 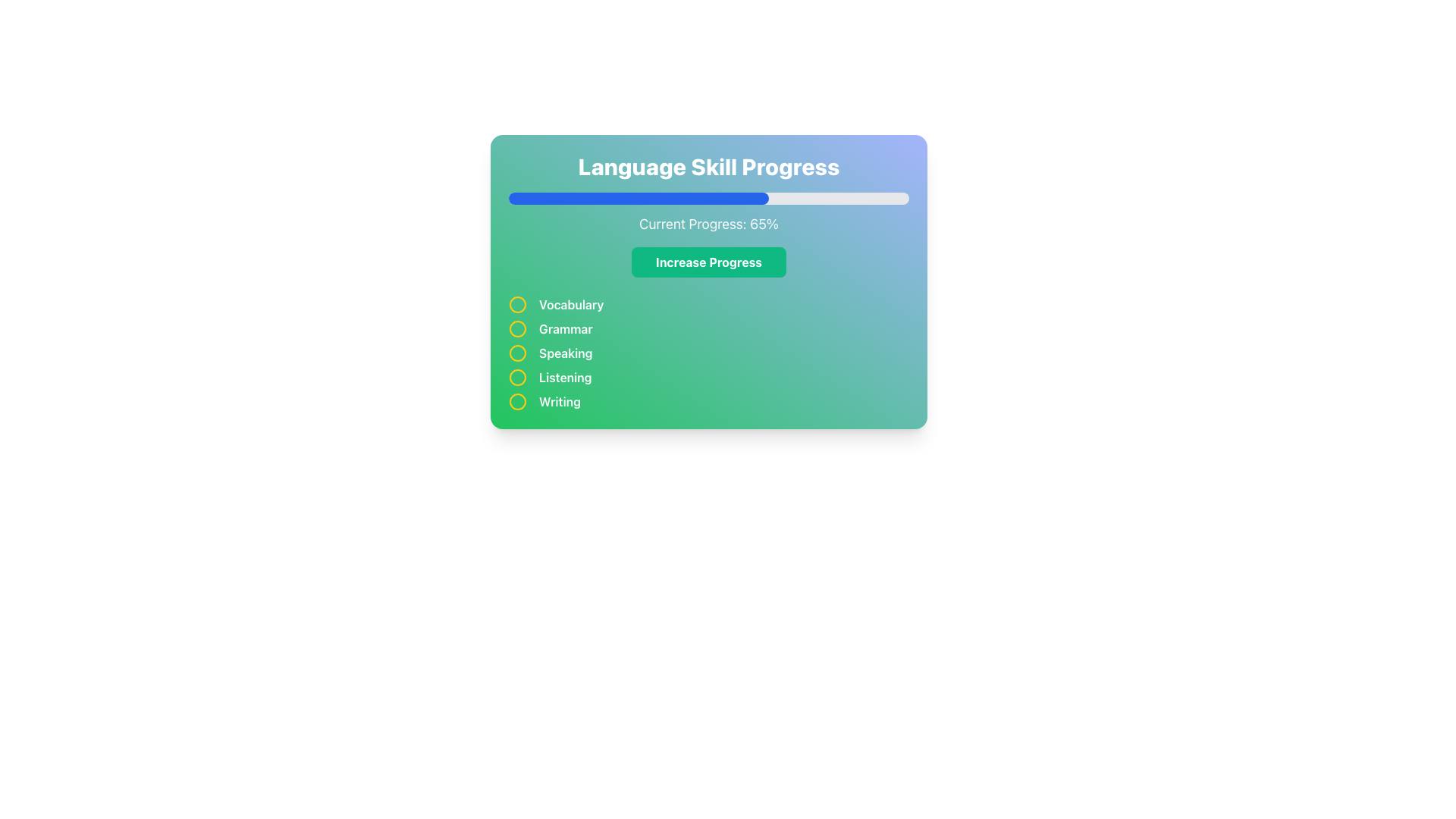 I want to click on the non-interactive SVG icon representing a circular marker, which visually indicates the 'Writing' list item as the fifth item in the checklist, so click(x=517, y=400).